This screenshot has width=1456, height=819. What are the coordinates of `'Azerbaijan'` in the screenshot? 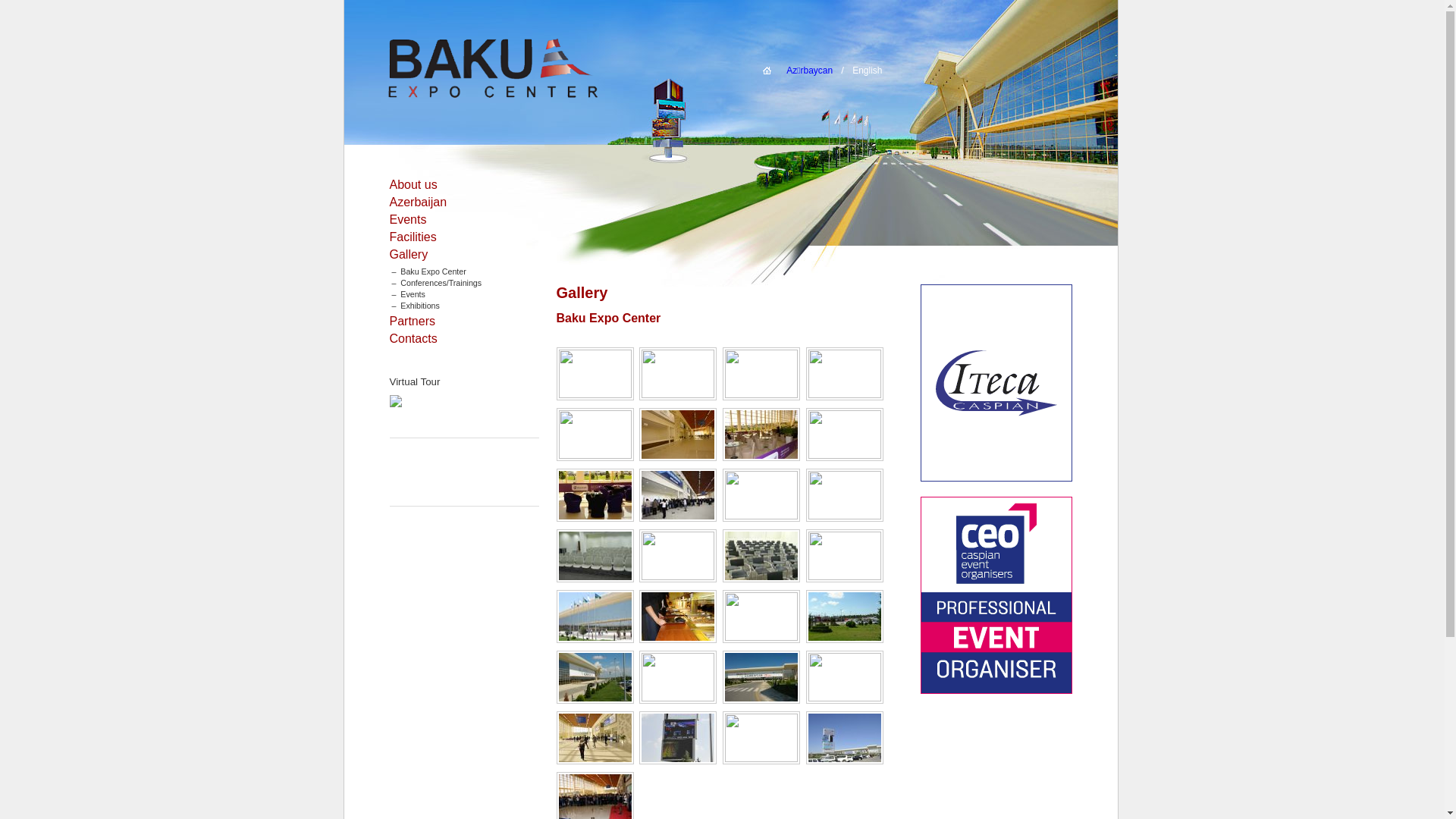 It's located at (419, 201).